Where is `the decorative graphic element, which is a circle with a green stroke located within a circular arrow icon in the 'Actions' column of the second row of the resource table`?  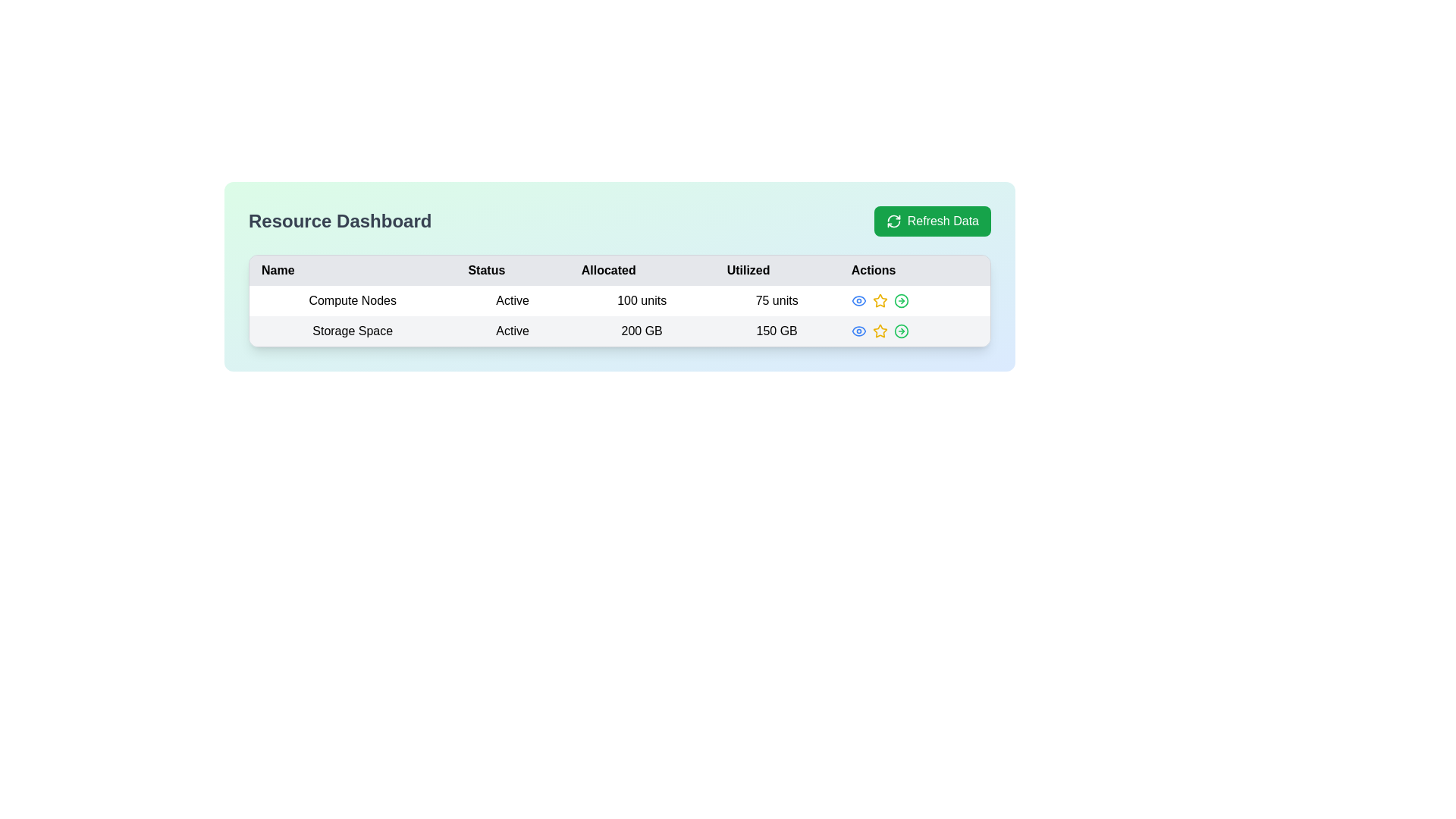
the decorative graphic element, which is a circle with a green stroke located within a circular arrow icon in the 'Actions' column of the second row of the resource table is located at coordinates (901, 330).